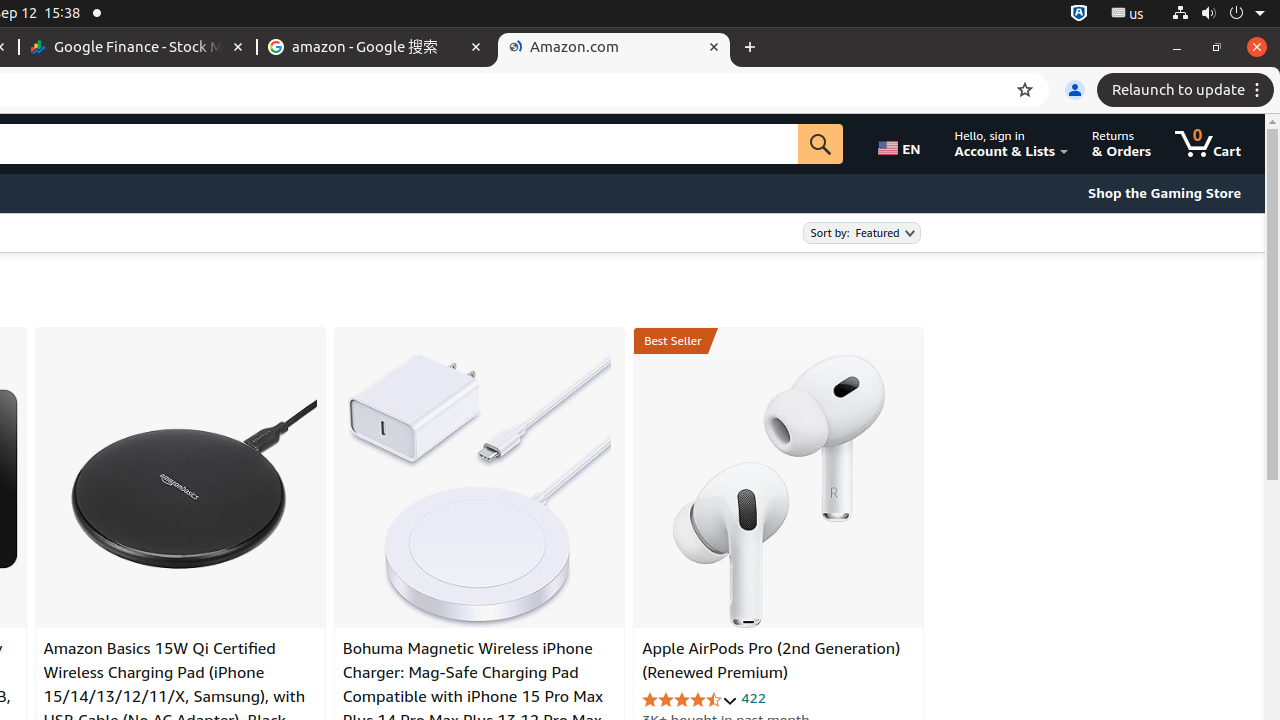 Image resolution: width=1280 pixels, height=720 pixels. I want to click on '422', so click(752, 696).